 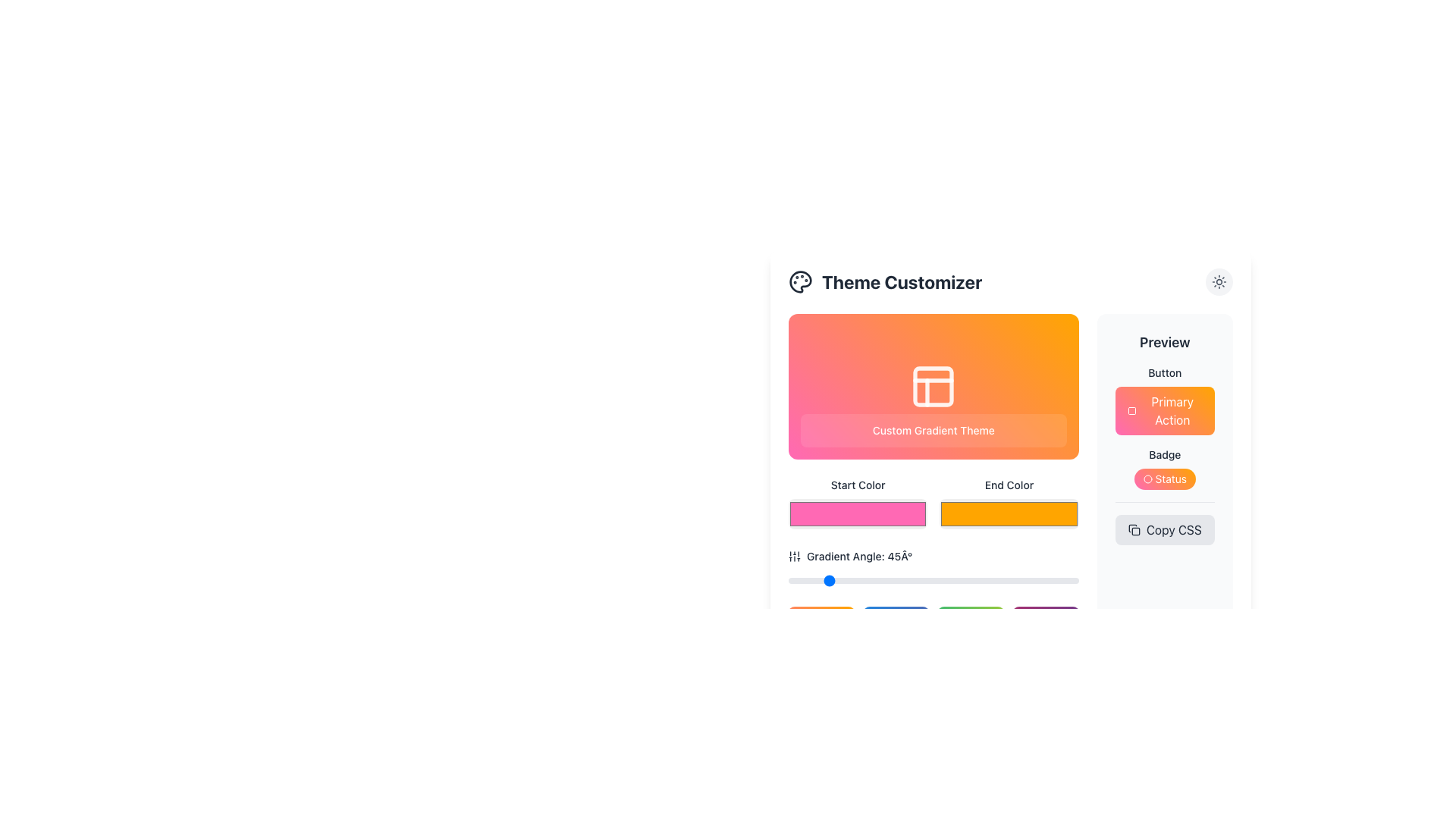 What do you see at coordinates (1011, 491) in the screenshot?
I see `the Interactive color input control for setting the 'End Color' of a gradient theme` at bounding box center [1011, 491].